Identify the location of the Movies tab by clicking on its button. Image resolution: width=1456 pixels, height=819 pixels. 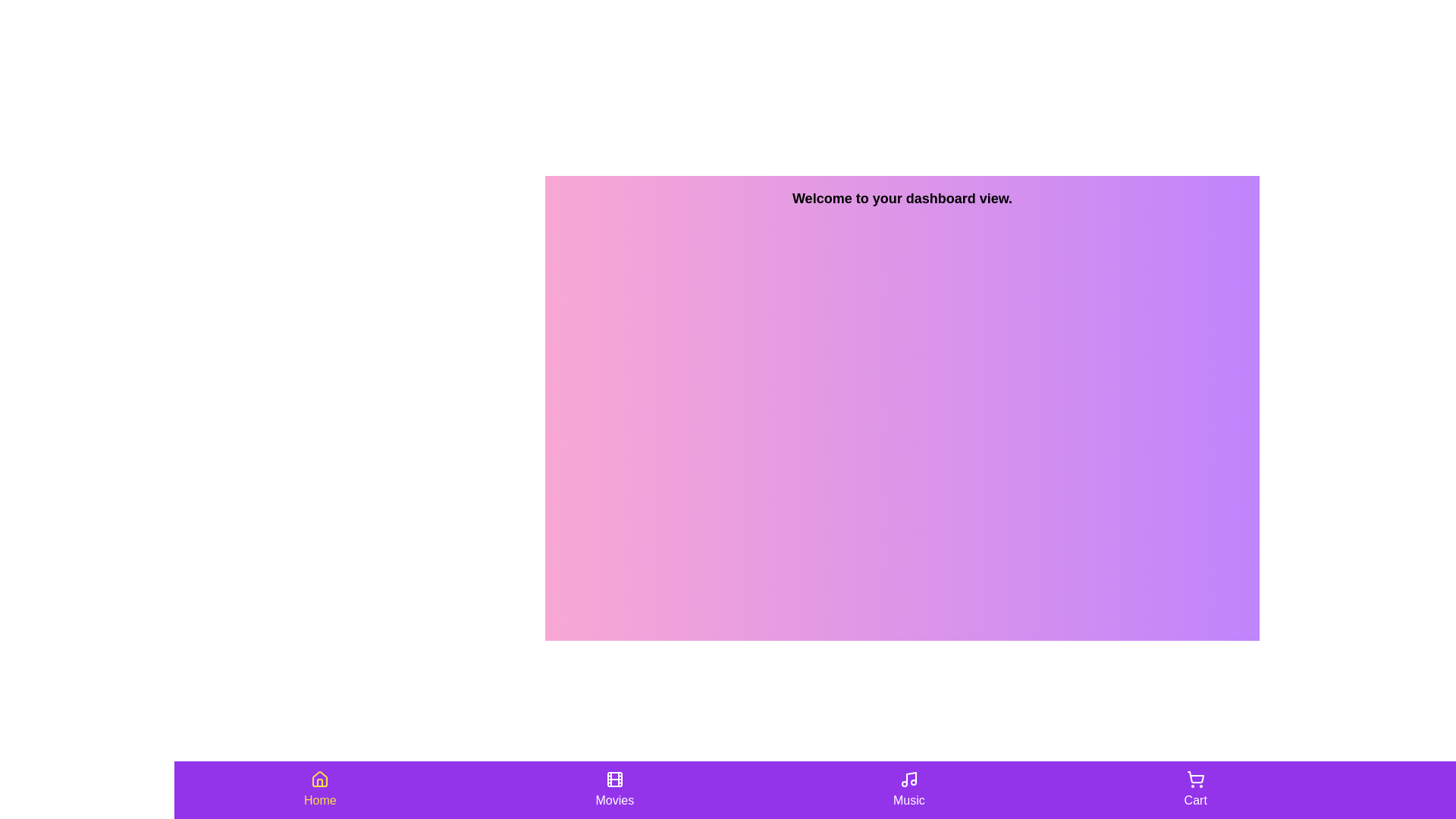
(614, 789).